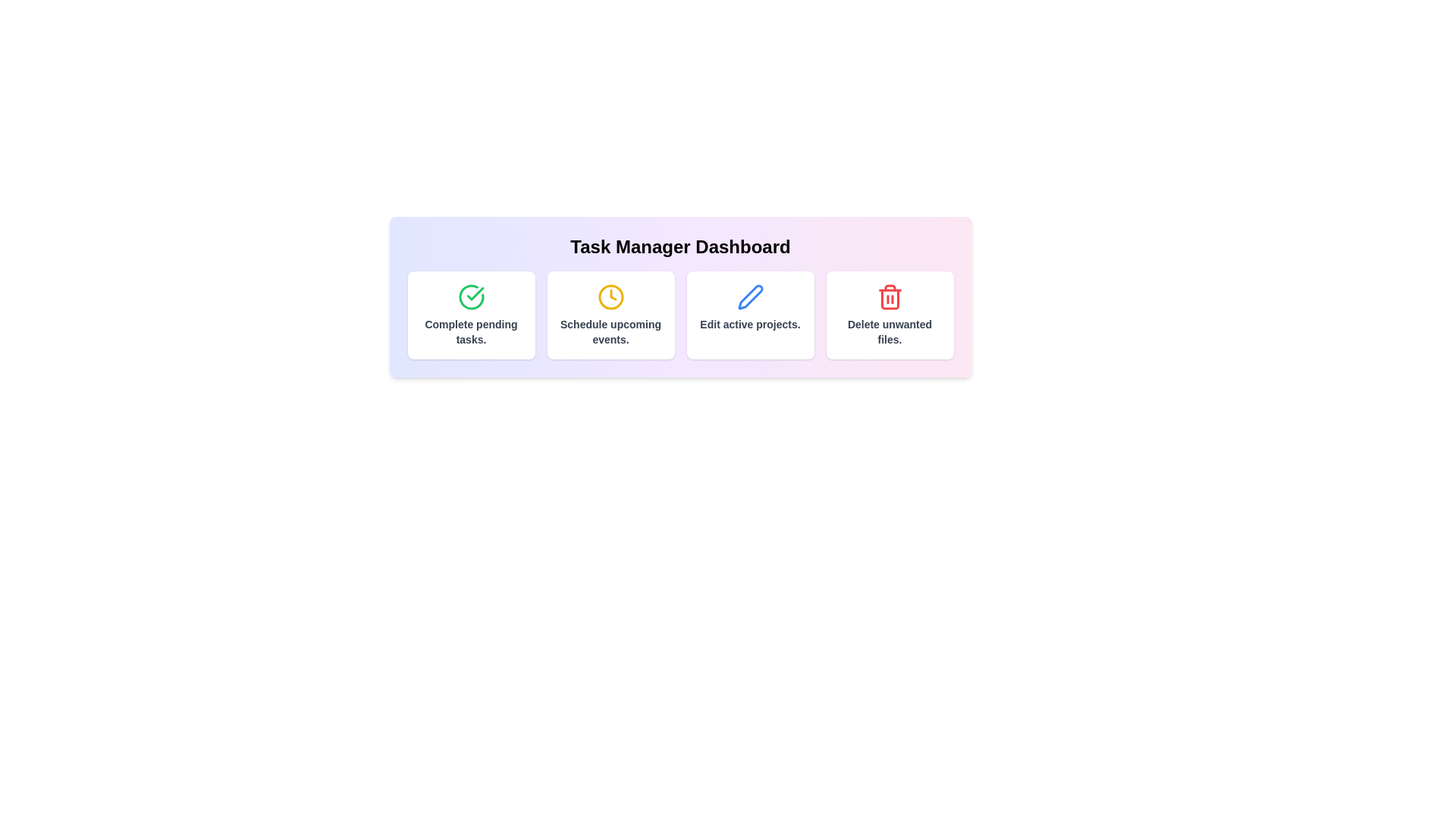  Describe the element at coordinates (610, 297) in the screenshot. I see `the outer circle of the clock icon, which is part of the 'Schedule upcoming events' card located in the dashboard panel` at that location.